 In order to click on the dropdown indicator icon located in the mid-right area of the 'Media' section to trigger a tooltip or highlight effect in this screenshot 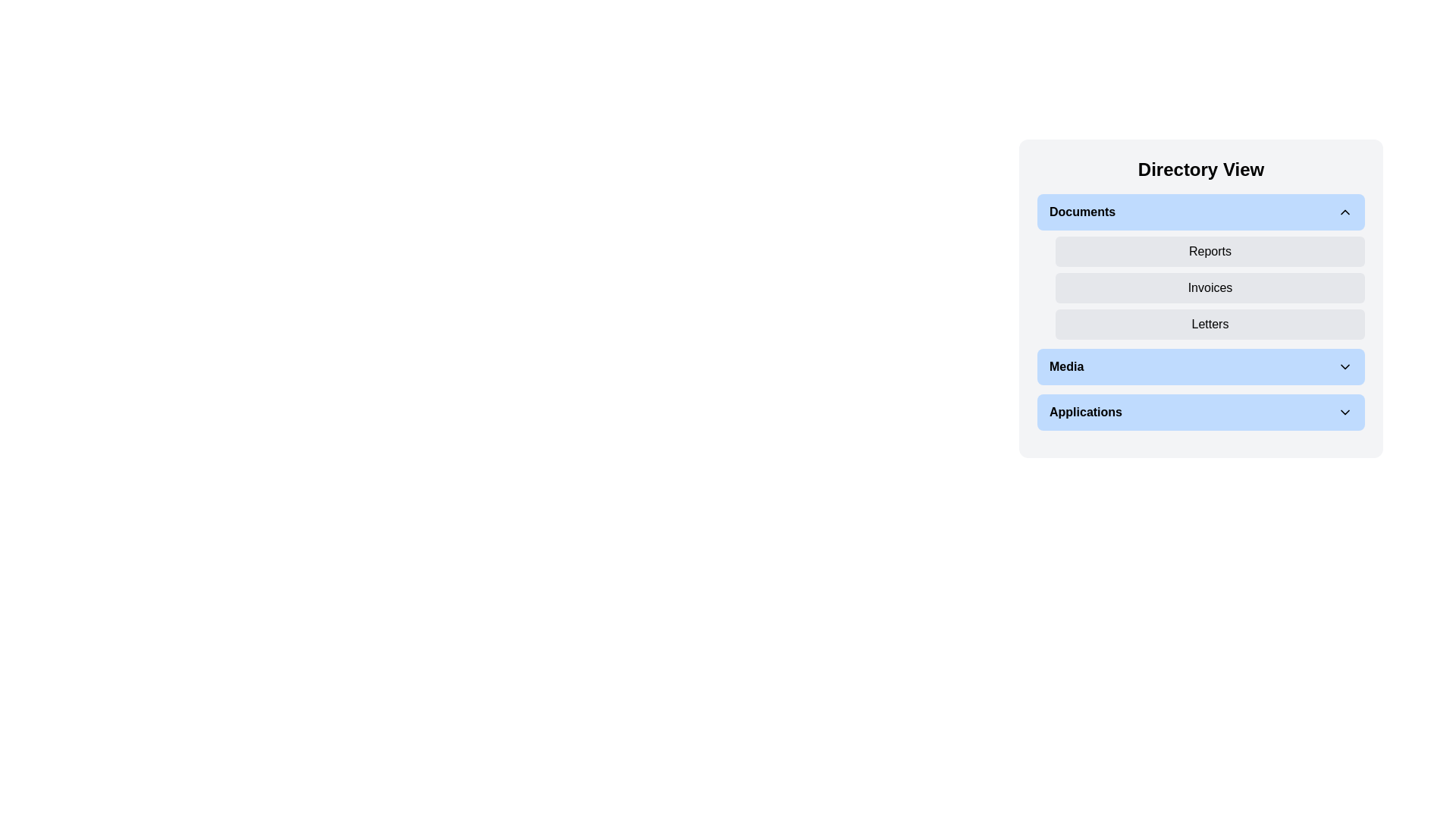, I will do `click(1345, 366)`.